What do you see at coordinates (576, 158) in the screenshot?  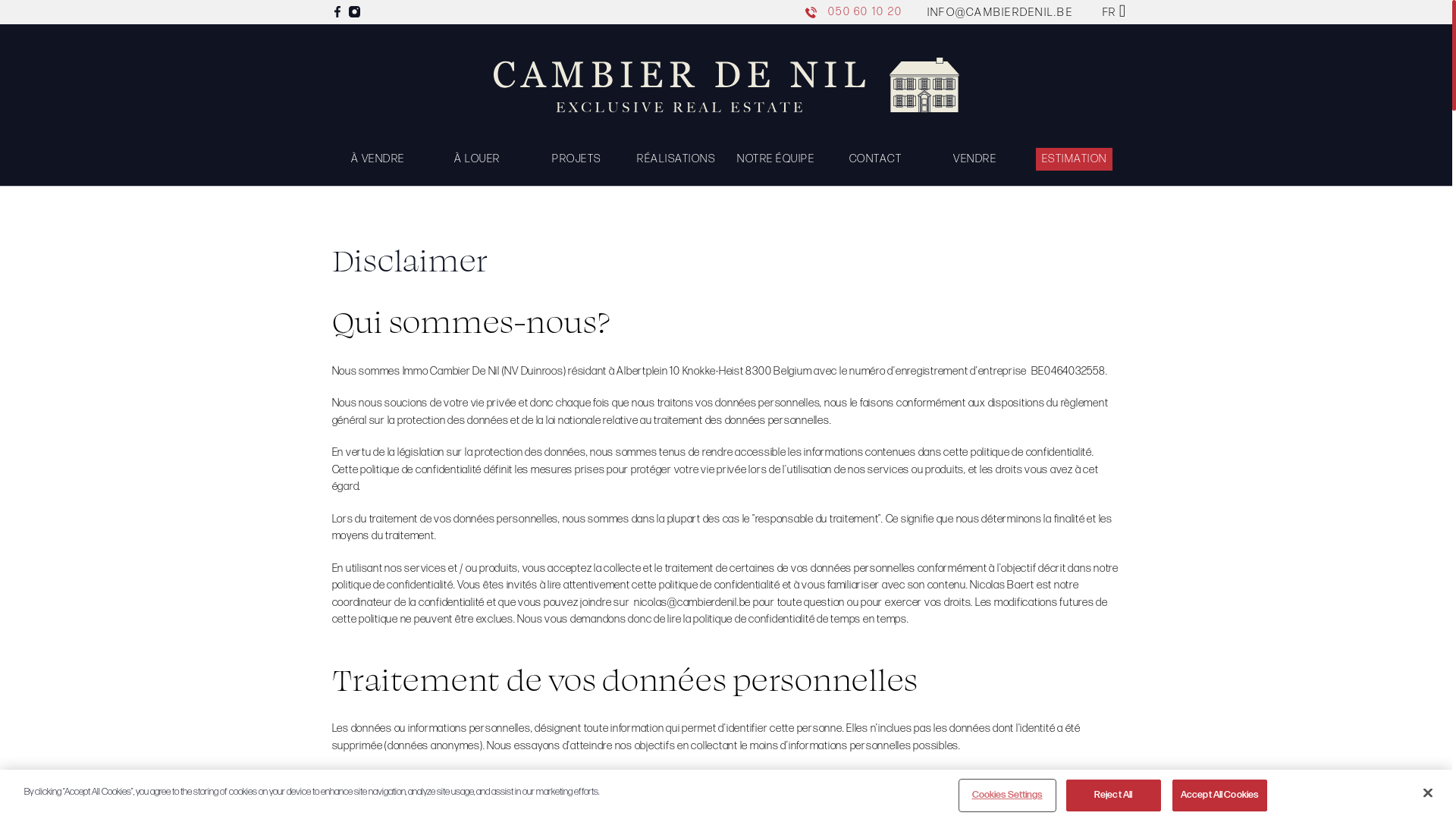 I see `'PROJETS'` at bounding box center [576, 158].